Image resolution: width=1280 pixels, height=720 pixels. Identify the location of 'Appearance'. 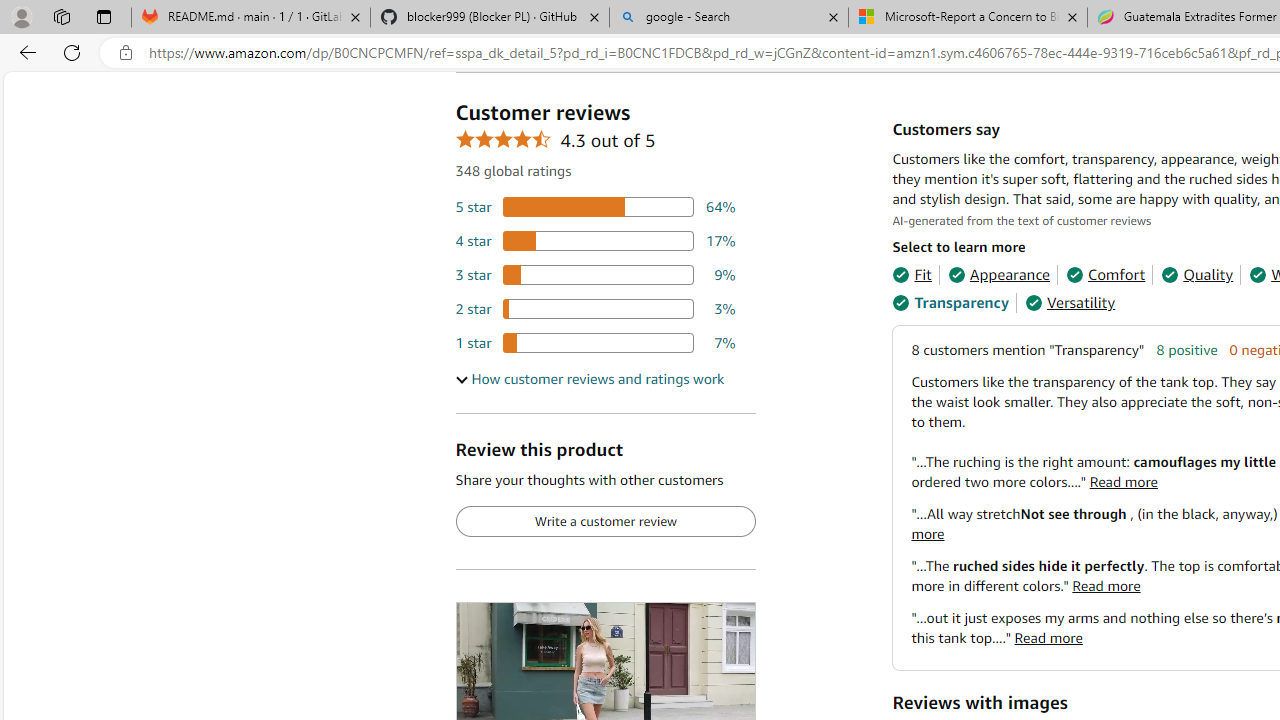
(999, 275).